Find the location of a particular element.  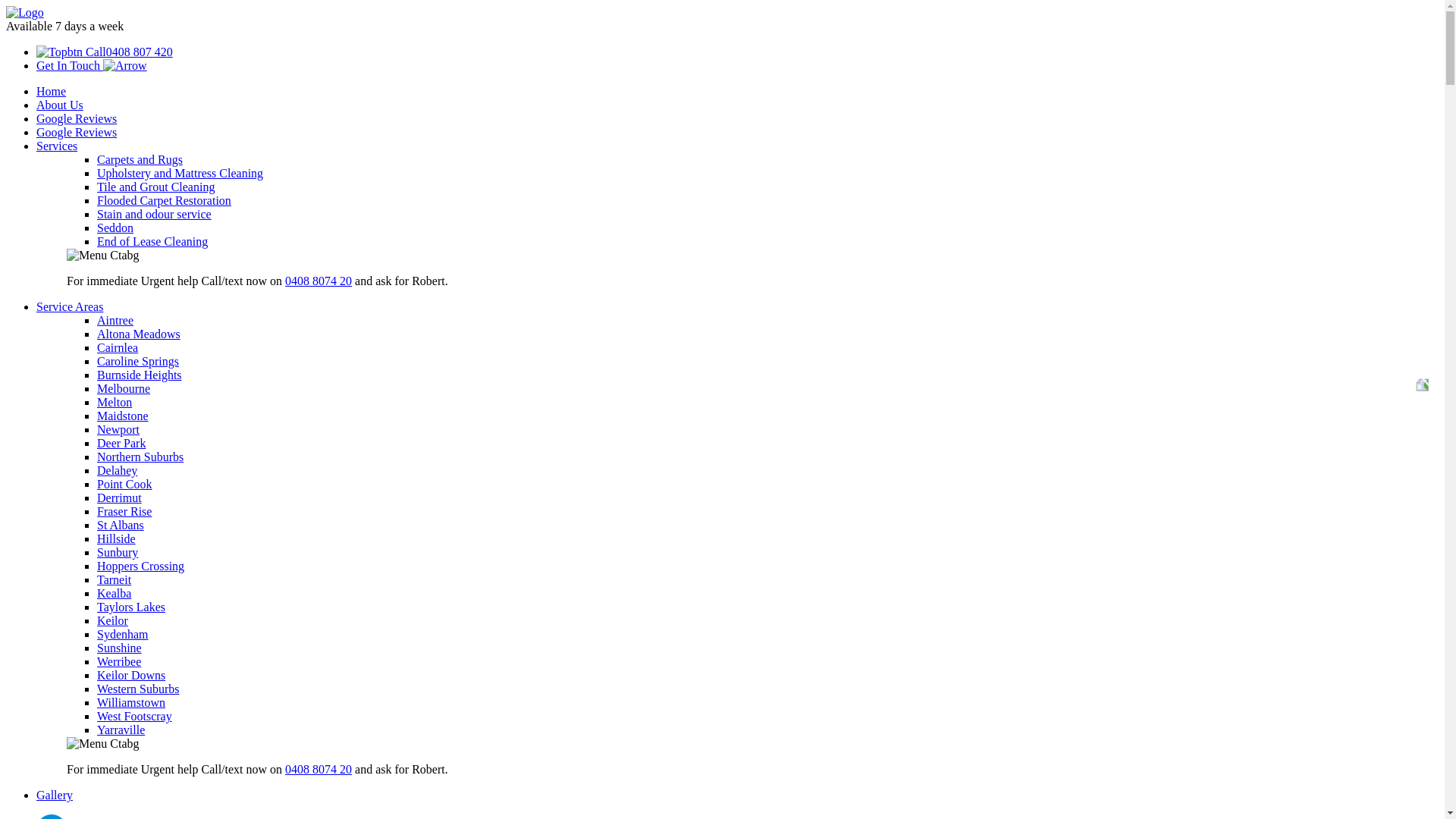

'Taylors Lakes' is located at coordinates (130, 606).